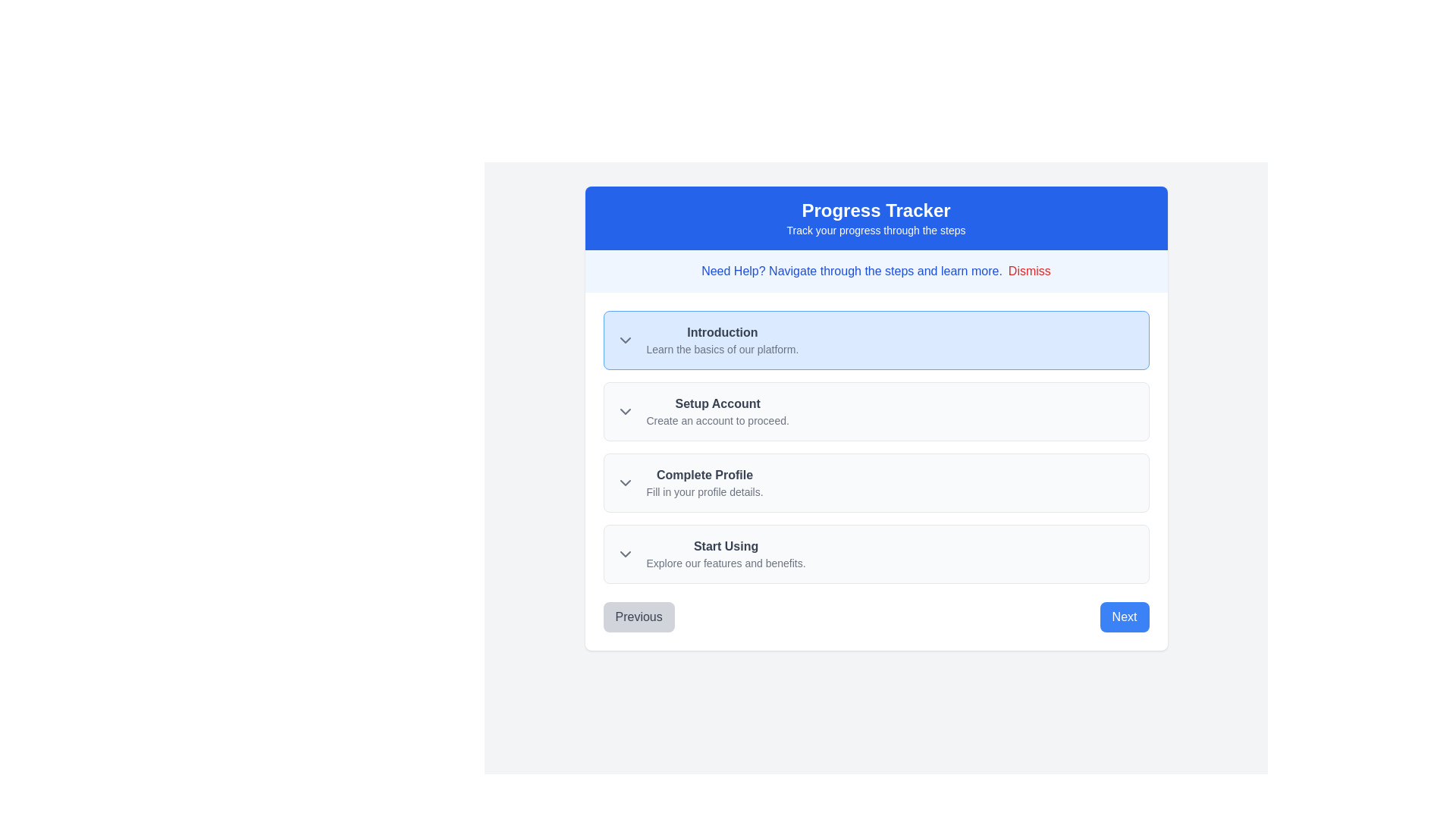  I want to click on the text label that contains 'Create an account to proceed.' located below the 'Setup Account' heading, so click(717, 421).